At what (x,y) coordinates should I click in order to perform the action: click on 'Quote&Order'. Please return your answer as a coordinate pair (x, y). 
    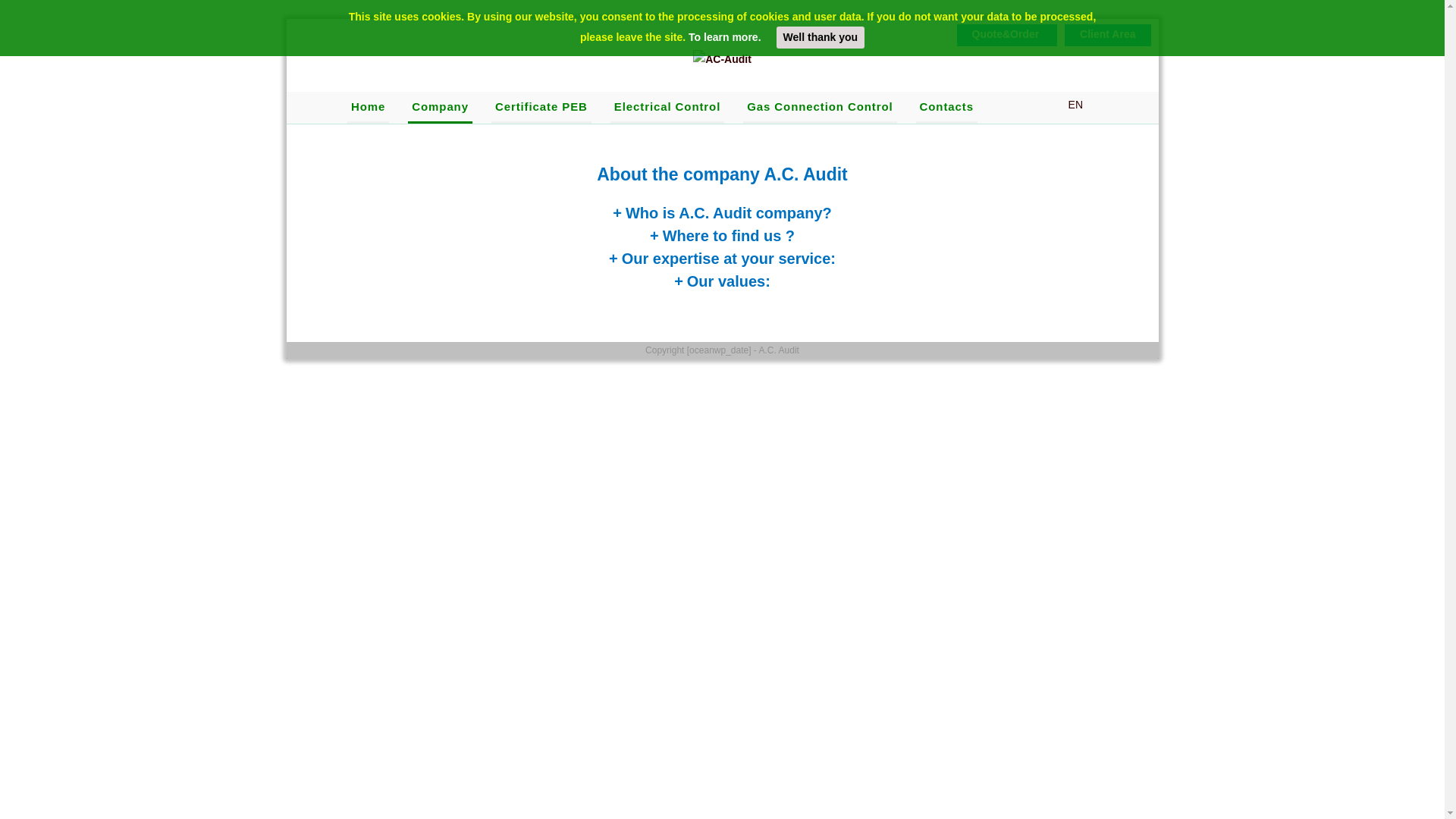
    Looking at the image, I should click on (1011, 34).